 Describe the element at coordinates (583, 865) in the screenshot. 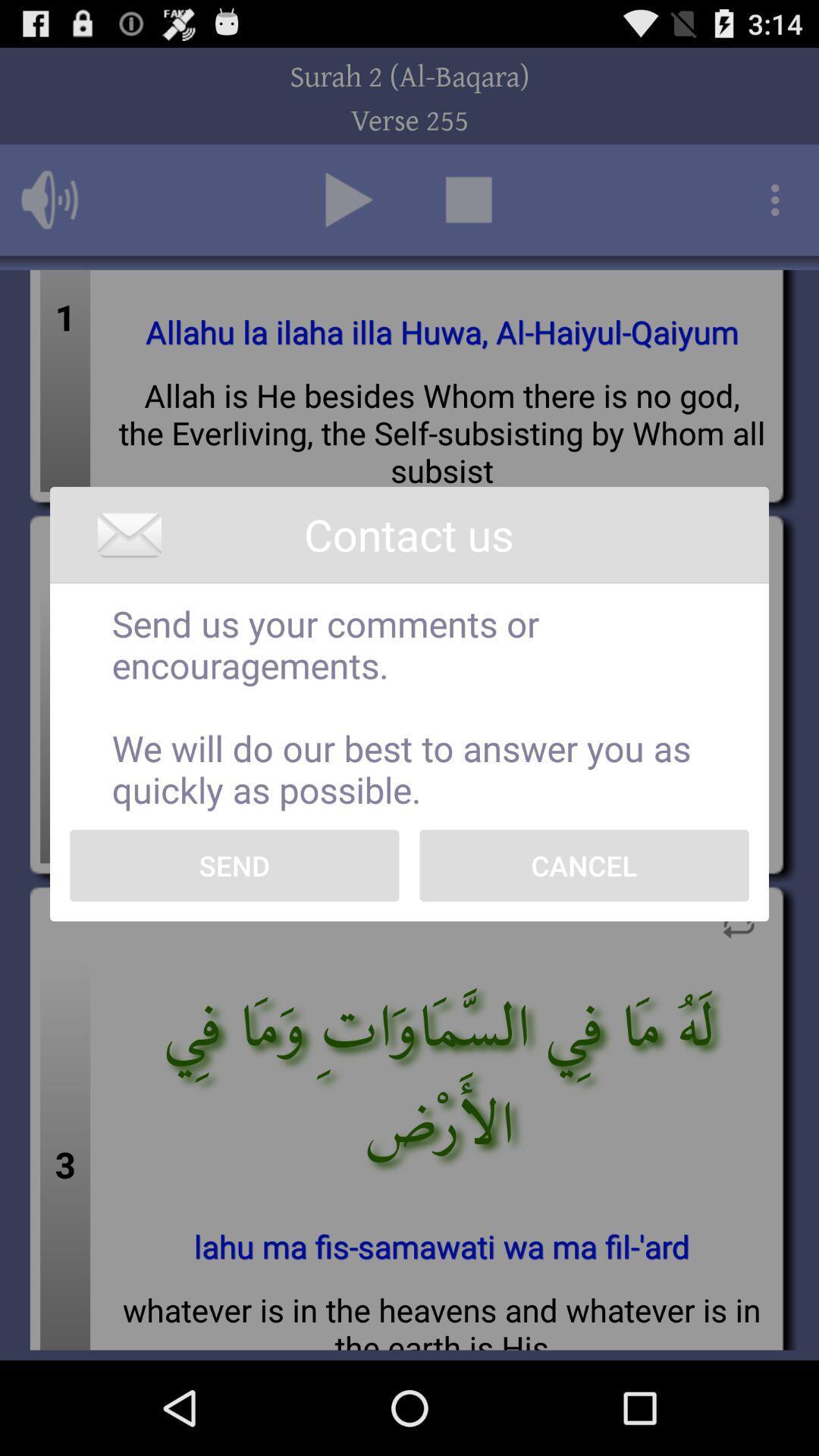

I see `the cancel` at that location.